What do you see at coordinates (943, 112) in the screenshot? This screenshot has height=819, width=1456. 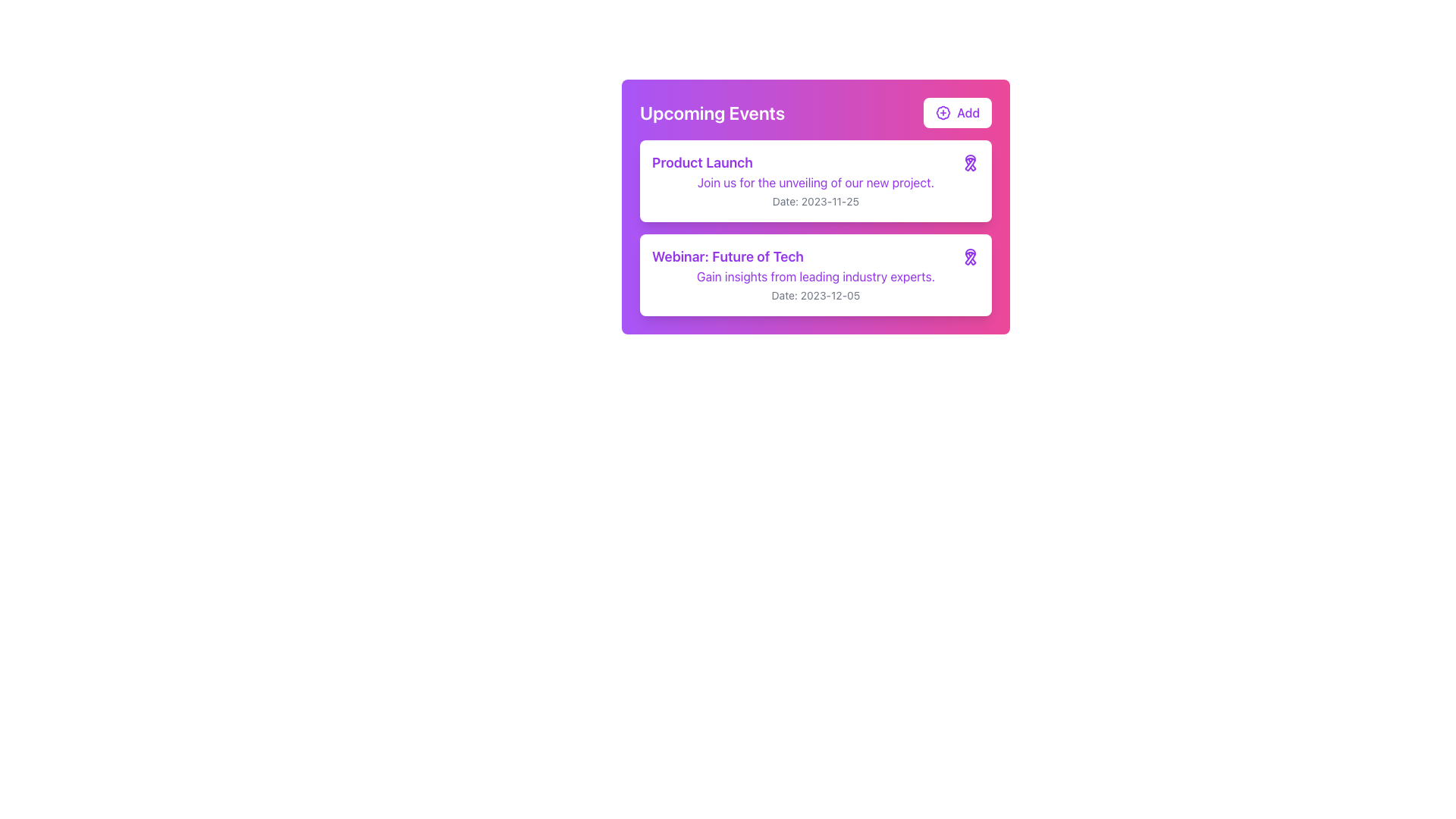 I see `the 'Add' icon located at the top-right corner of the section with a gradient purple background, which is positioned to the left of the text 'Add'` at bounding box center [943, 112].